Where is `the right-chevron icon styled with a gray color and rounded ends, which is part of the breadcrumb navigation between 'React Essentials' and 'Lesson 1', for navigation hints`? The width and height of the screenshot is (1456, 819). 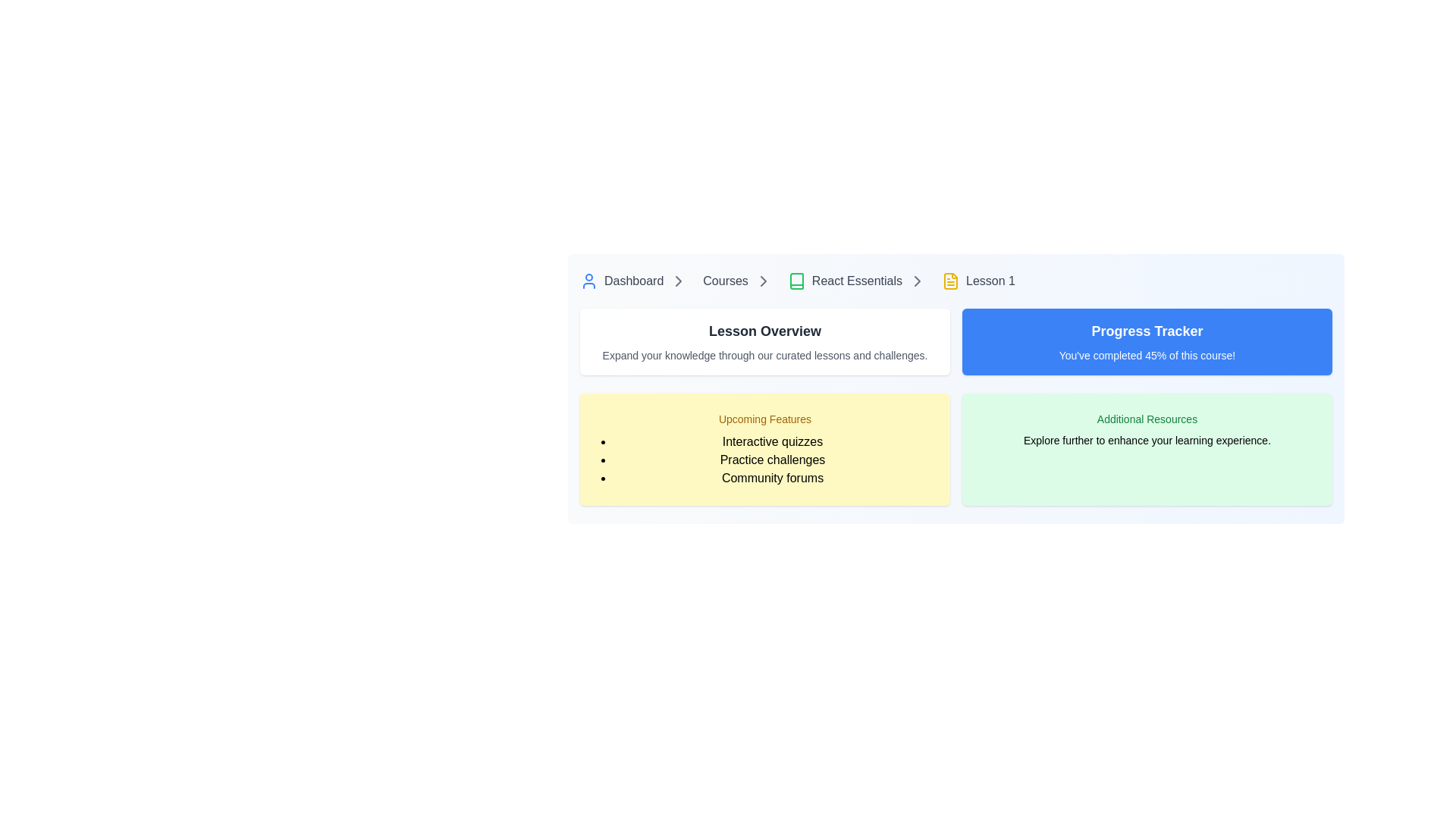
the right-chevron icon styled with a gray color and rounded ends, which is part of the breadcrumb navigation between 'React Essentials' and 'Lesson 1', for navigation hints is located at coordinates (916, 281).